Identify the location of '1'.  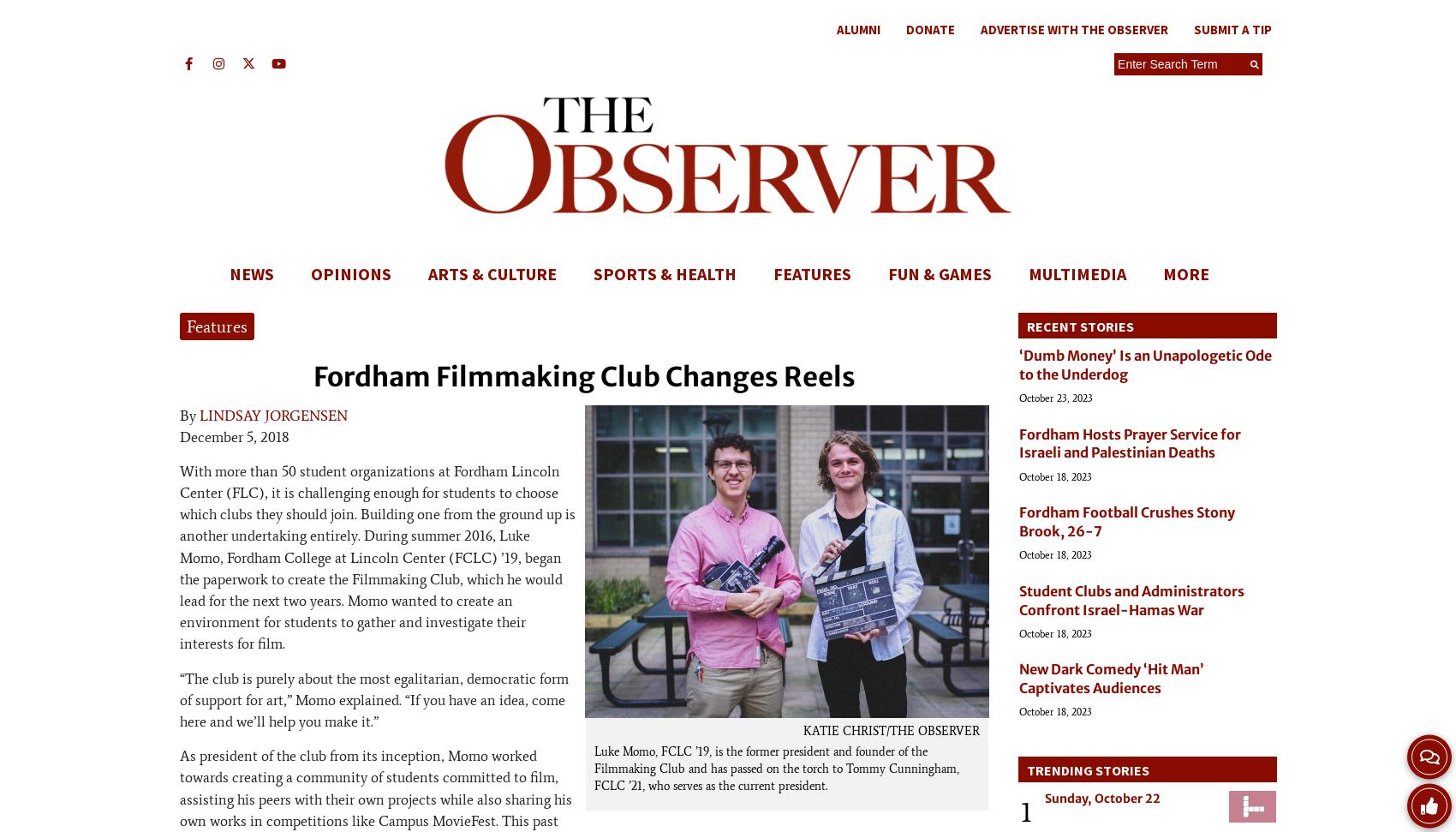
(1025, 811).